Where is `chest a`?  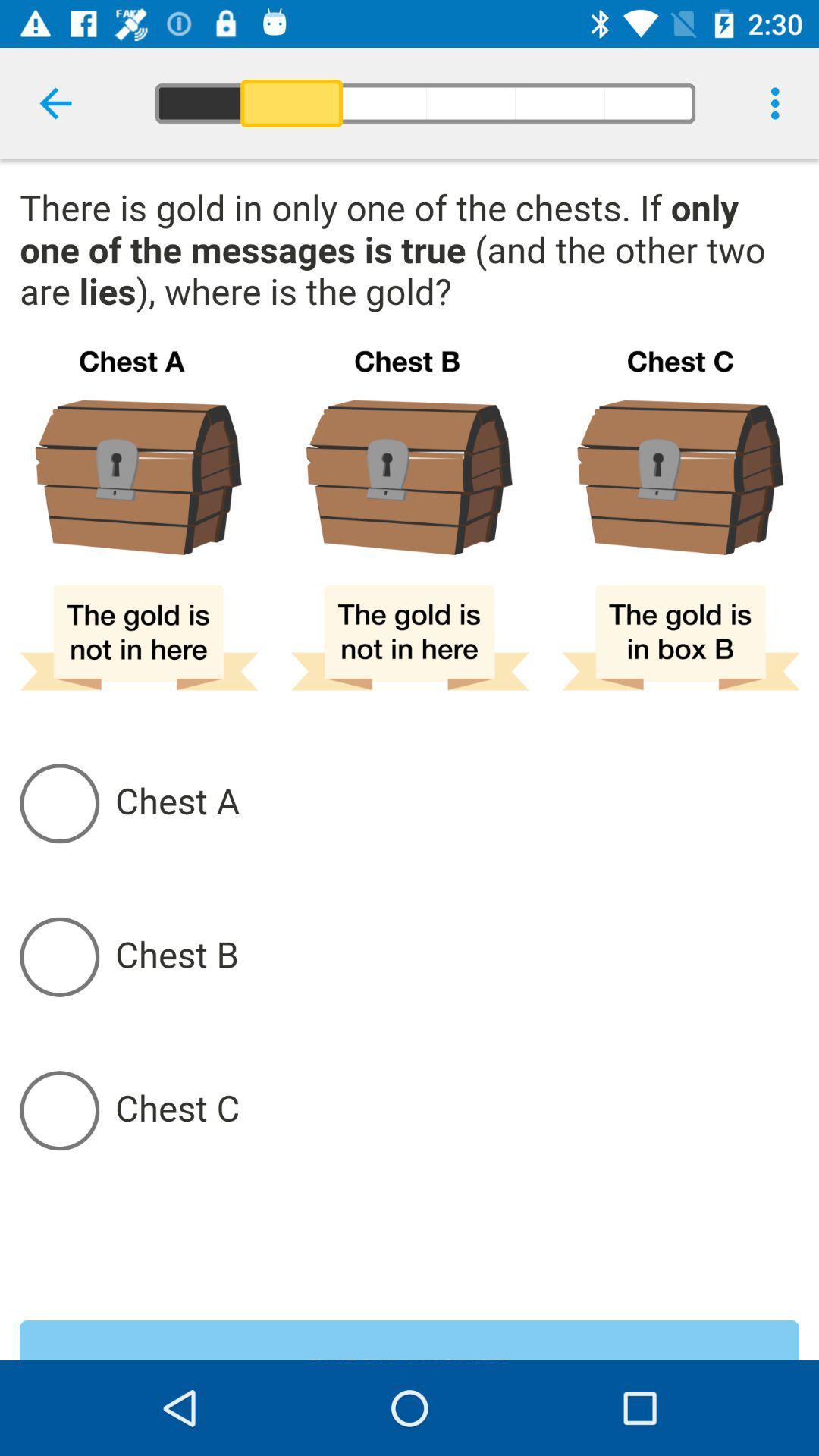
chest a is located at coordinates (456, 802).